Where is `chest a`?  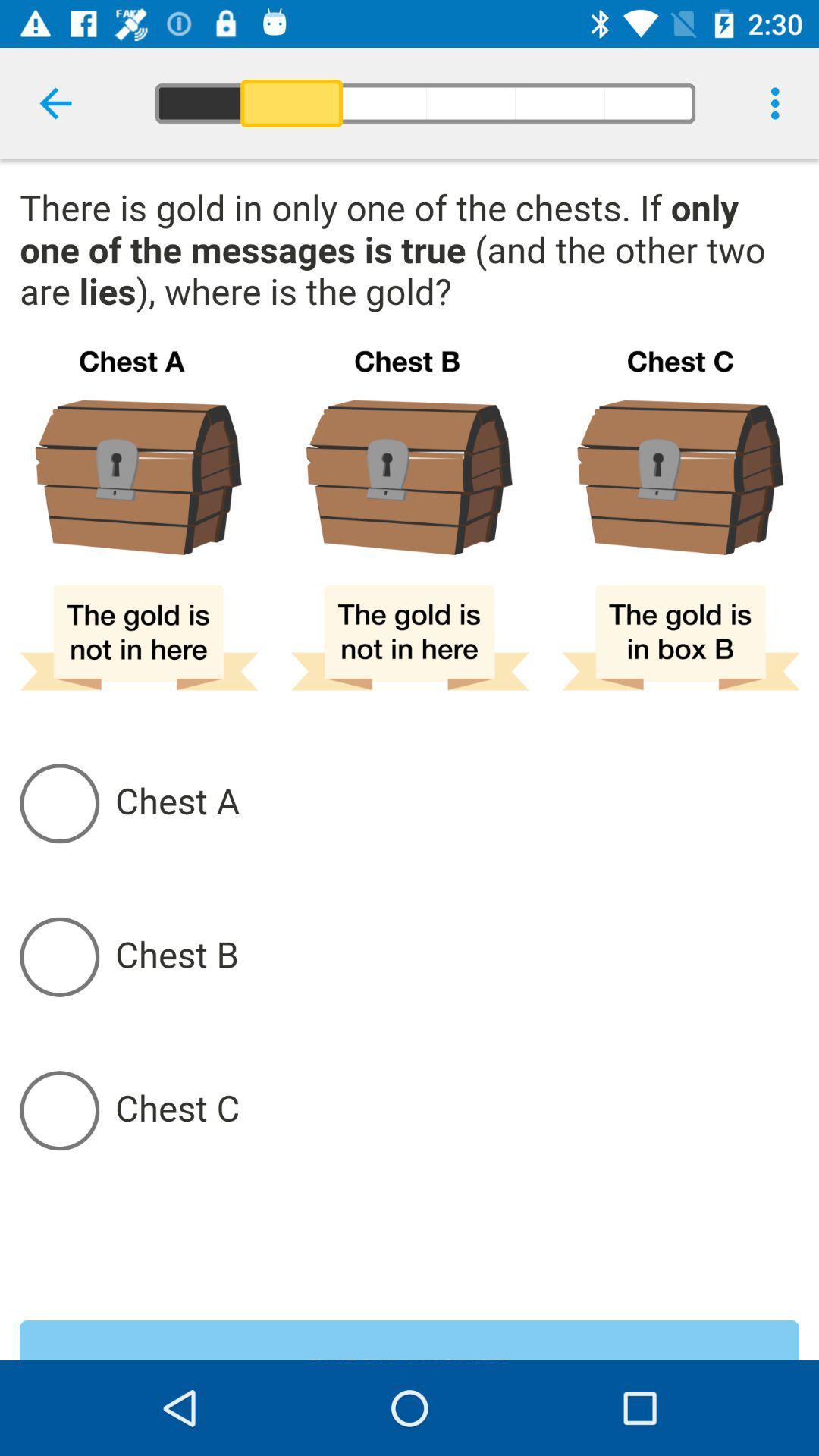
chest a is located at coordinates (456, 802).